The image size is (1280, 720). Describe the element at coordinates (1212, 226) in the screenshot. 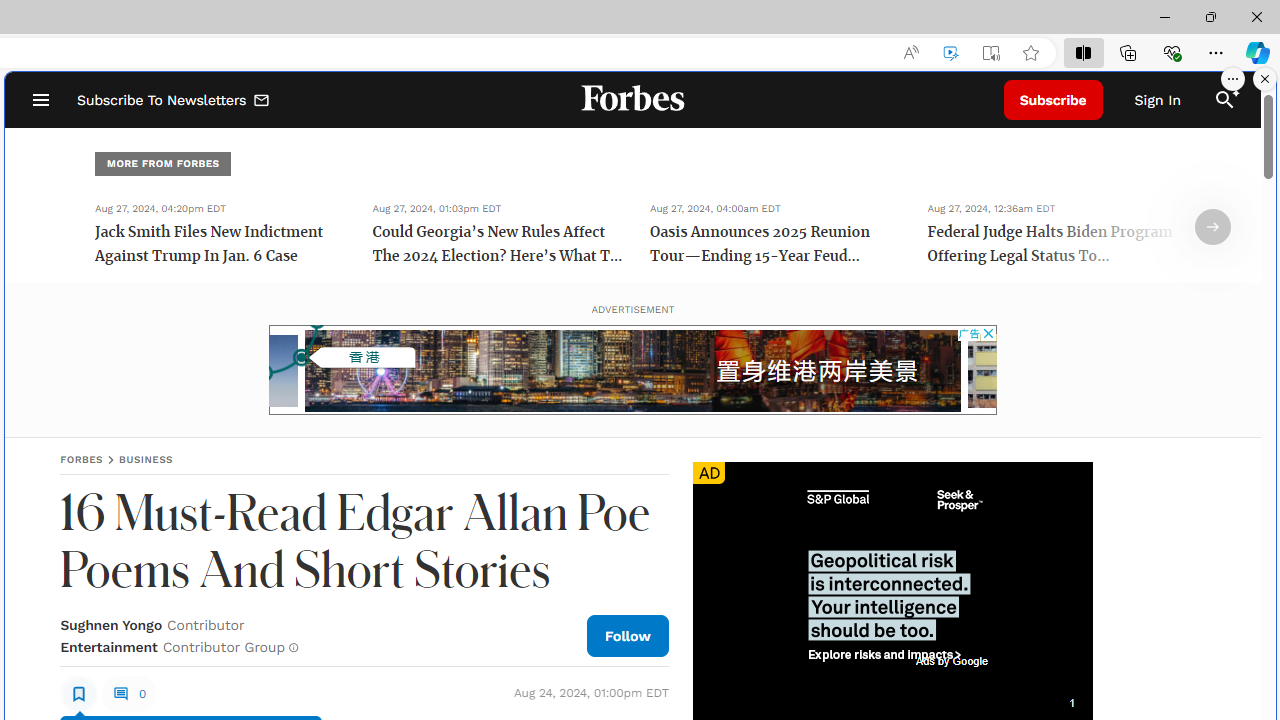

I see `'Arrow Right'` at that location.